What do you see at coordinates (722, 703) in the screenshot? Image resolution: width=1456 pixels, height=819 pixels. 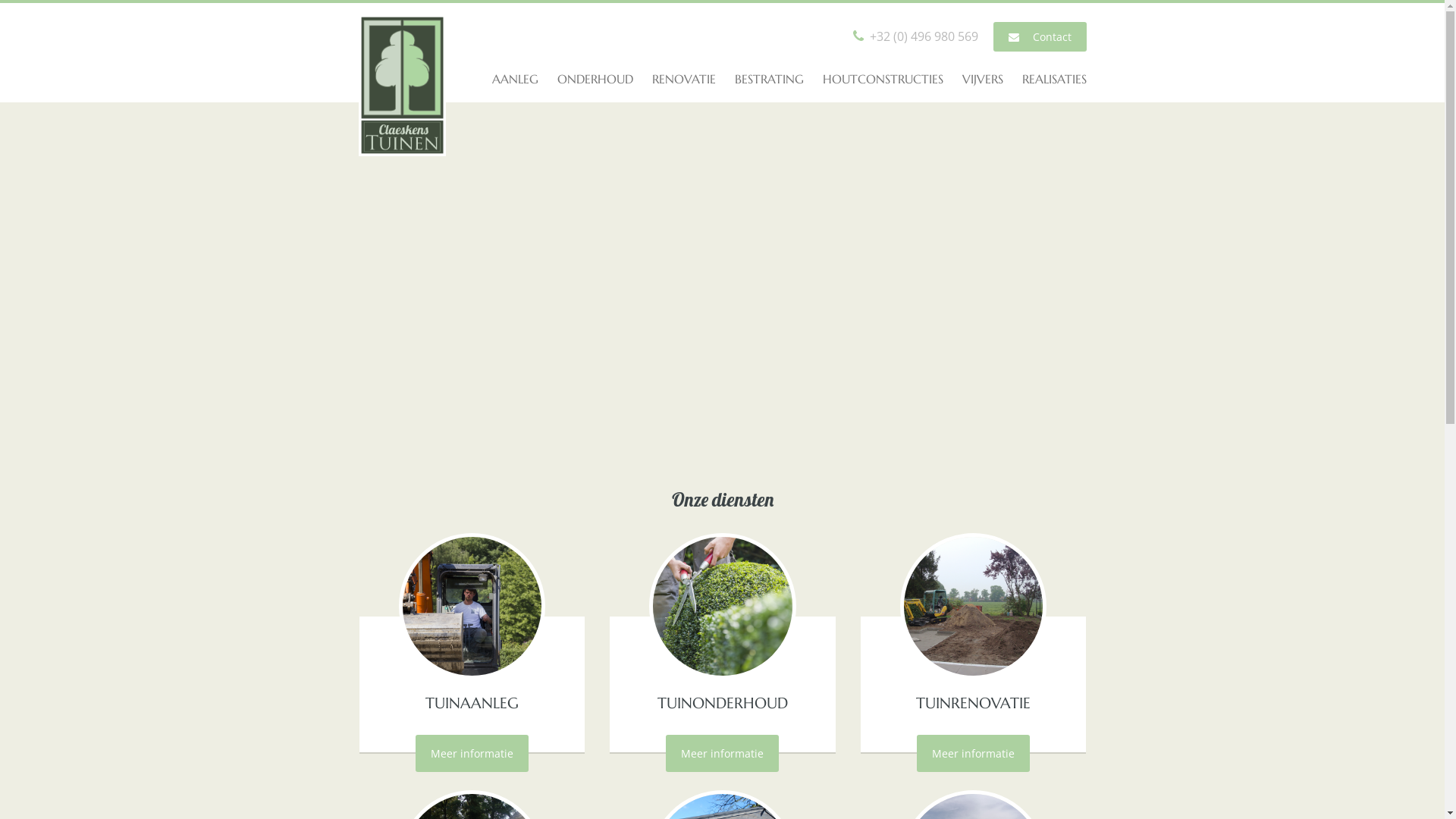 I see `'TUINONDERHOUD'` at bounding box center [722, 703].